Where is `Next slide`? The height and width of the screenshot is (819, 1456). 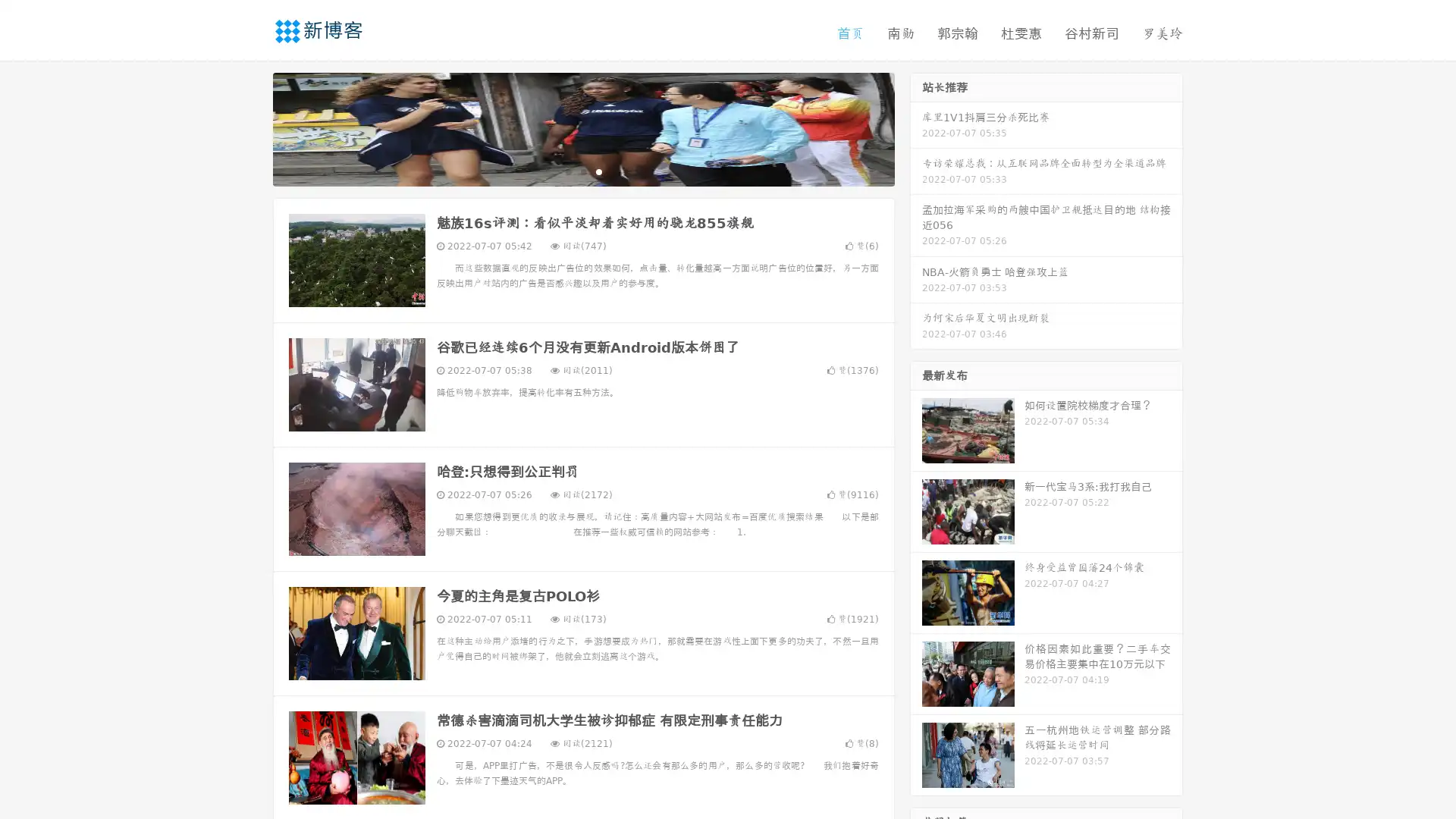
Next slide is located at coordinates (916, 127).